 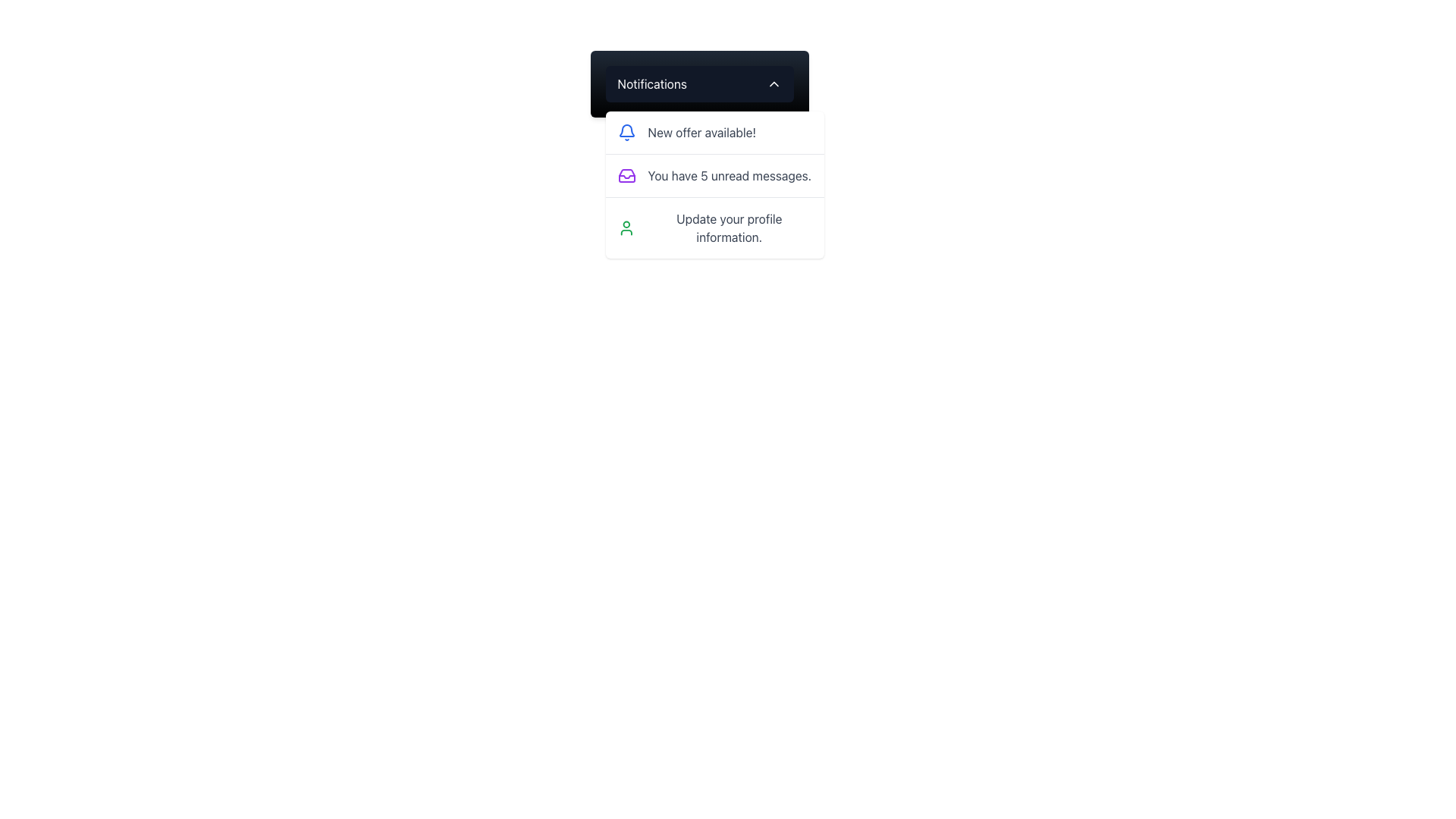 What do you see at coordinates (714, 131) in the screenshot?
I see `to select the notification item that displays the text 'New offer available!' located at the top of the notifications list` at bounding box center [714, 131].